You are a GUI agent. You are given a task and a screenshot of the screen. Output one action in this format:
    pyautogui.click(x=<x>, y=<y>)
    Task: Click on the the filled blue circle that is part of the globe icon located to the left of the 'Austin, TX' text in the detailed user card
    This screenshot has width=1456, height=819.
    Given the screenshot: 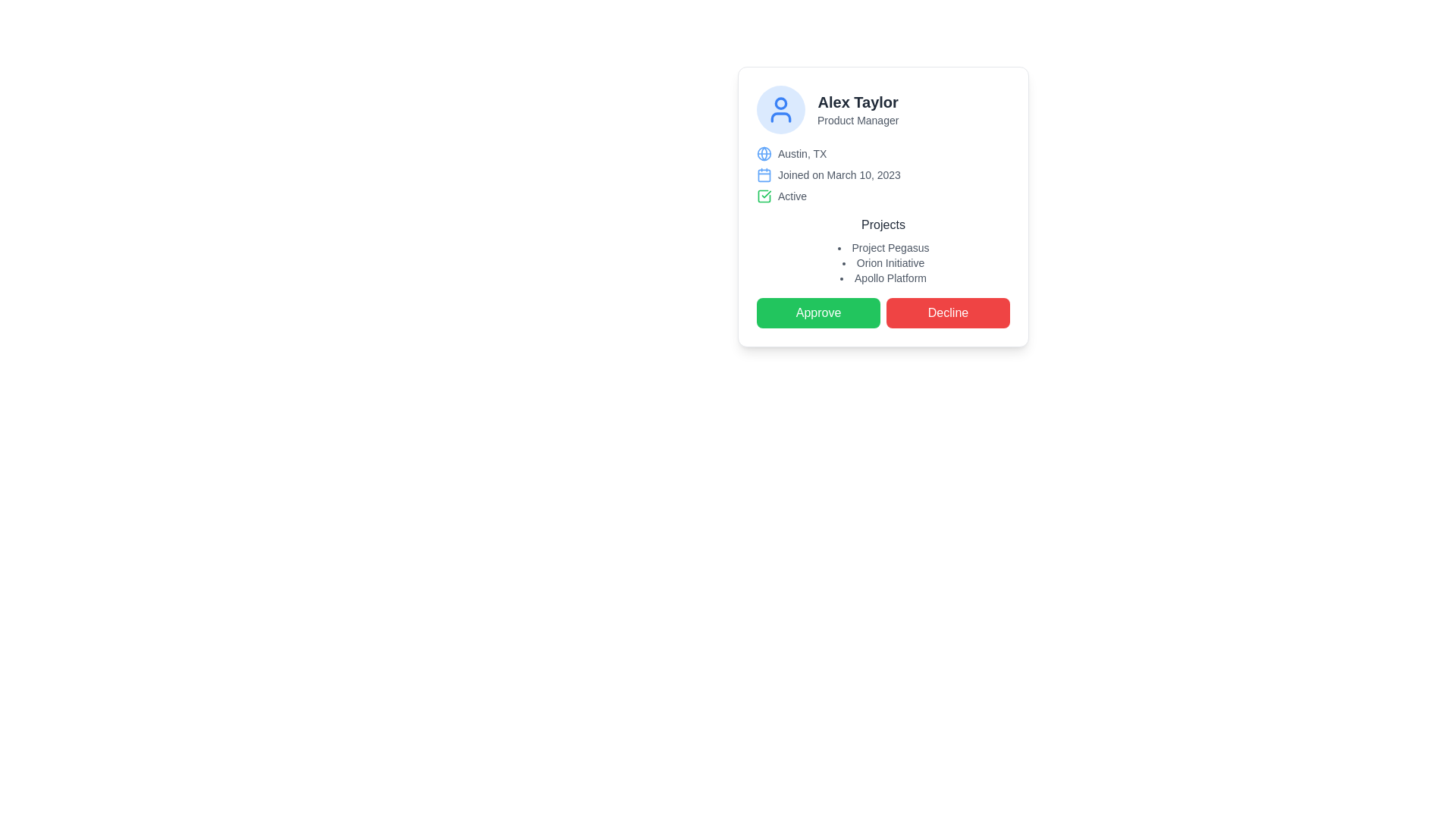 What is the action you would take?
    pyautogui.click(x=764, y=154)
    